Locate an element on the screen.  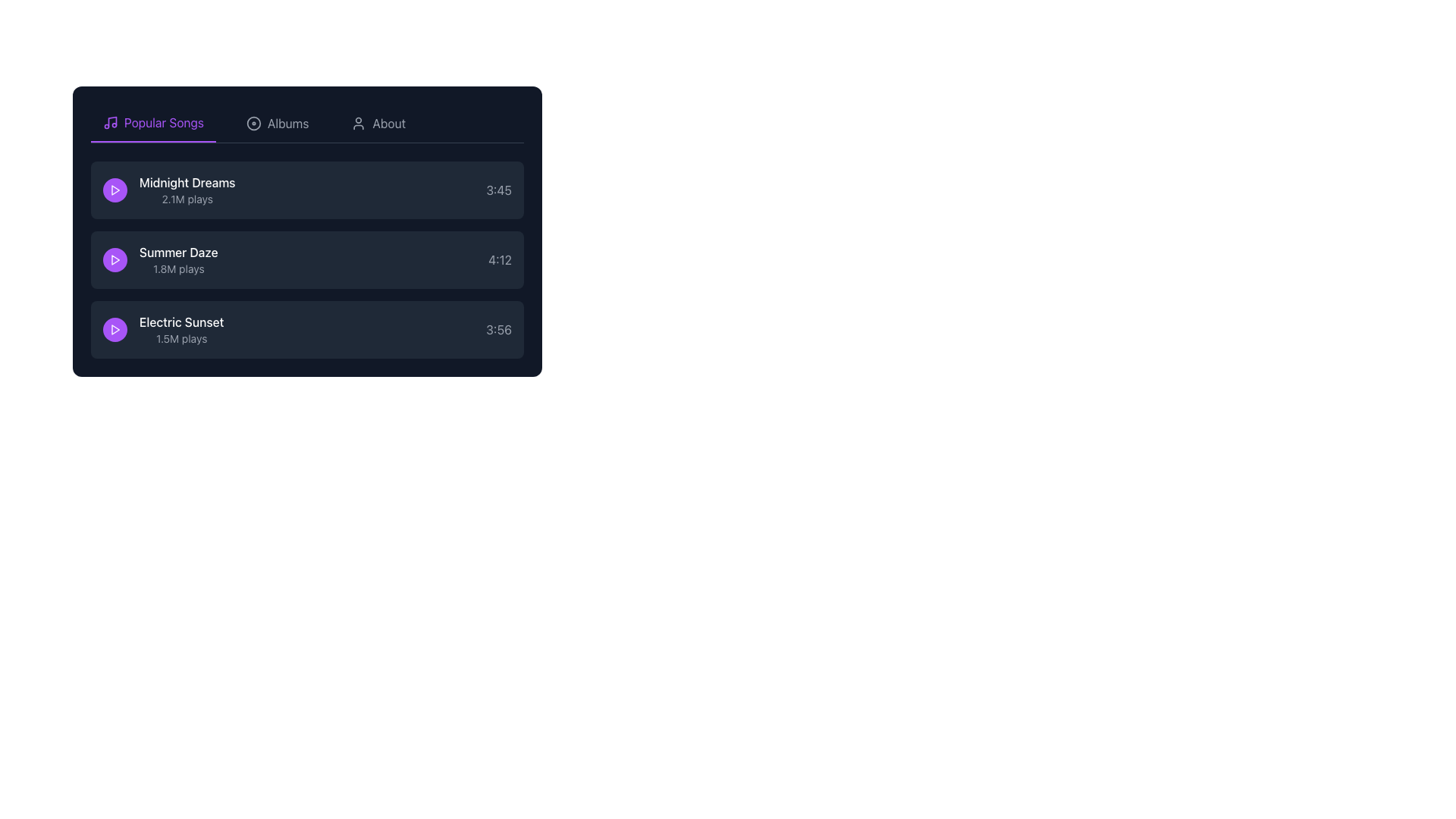
the 'Popular Songs' section of the Tab navigation bar is located at coordinates (306, 123).